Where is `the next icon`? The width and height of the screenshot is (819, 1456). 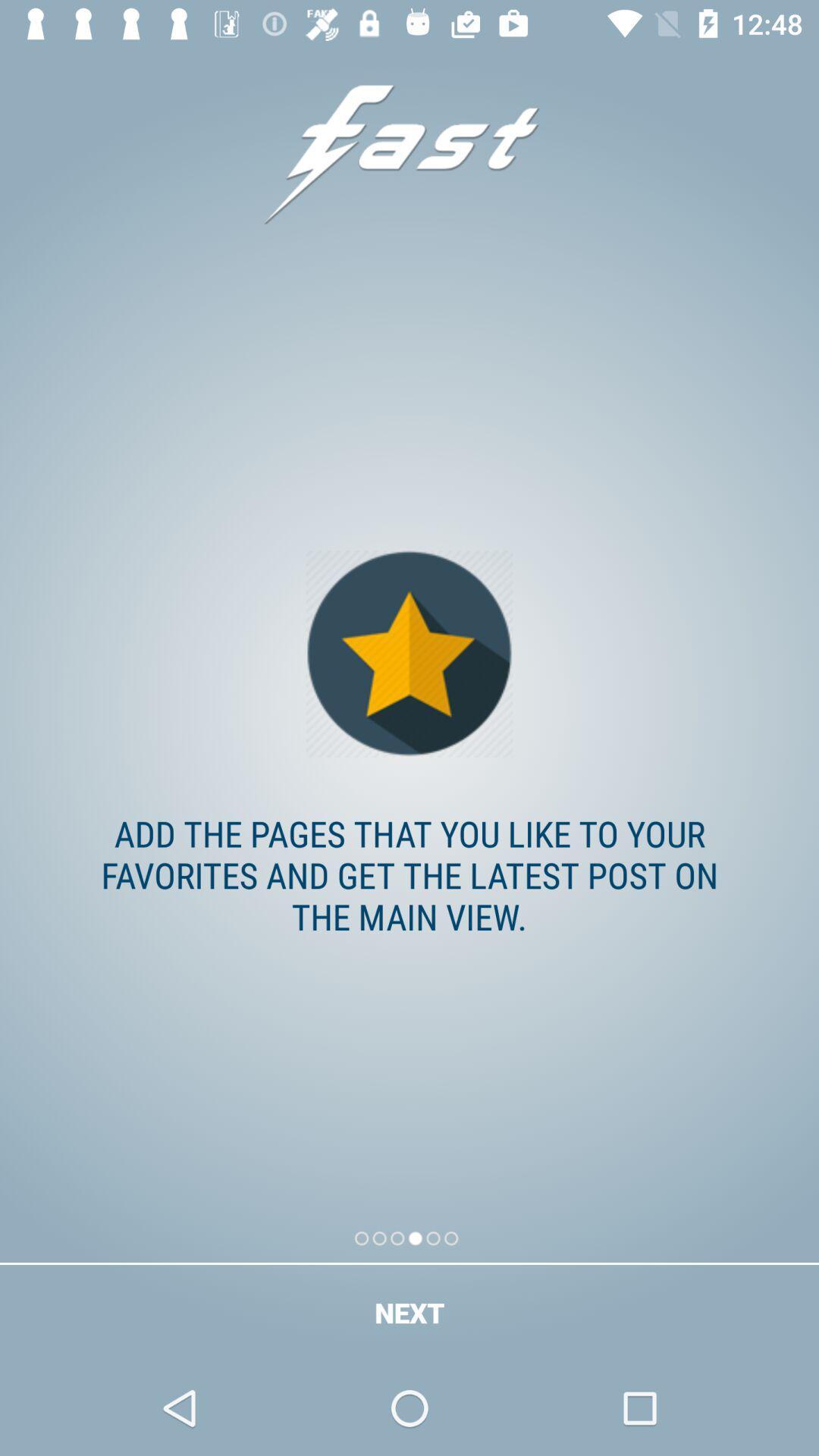
the next icon is located at coordinates (409, 1312).